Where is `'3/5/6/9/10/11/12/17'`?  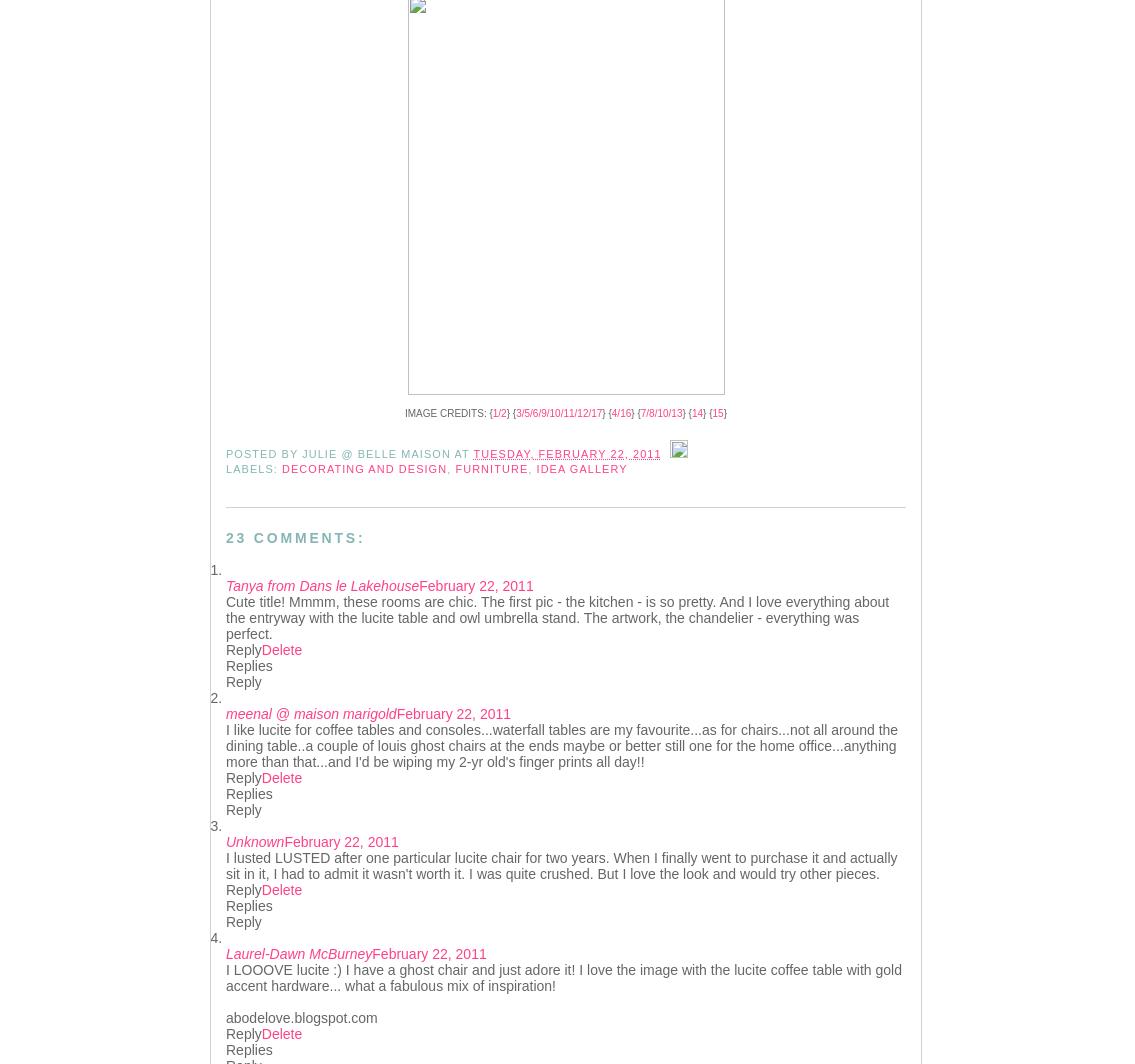
'3/5/6/9/10/11/12/17' is located at coordinates (558, 412).